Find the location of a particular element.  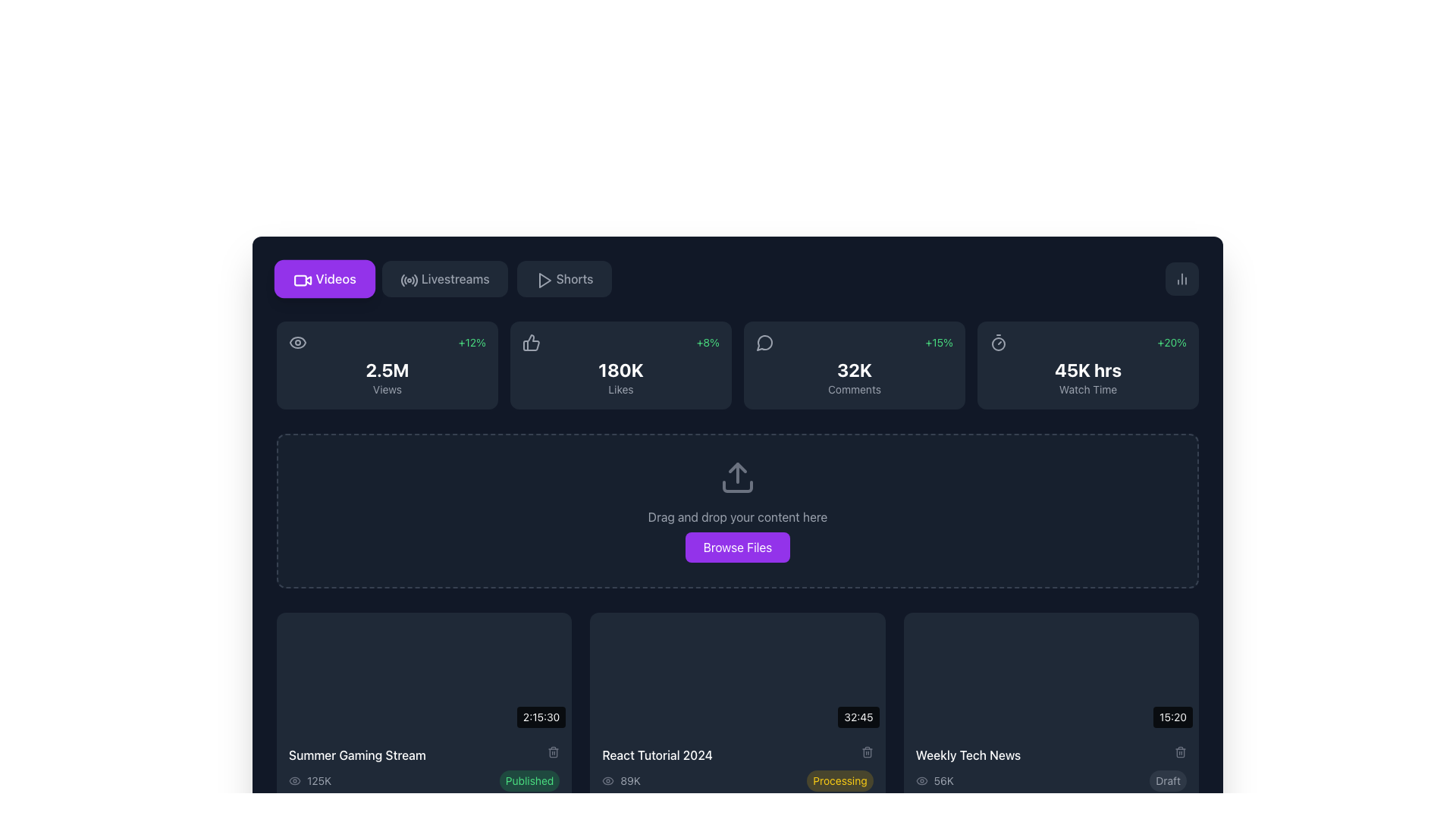

the 'Watch Time' icon located in the summary cards section, slightly right of center is located at coordinates (998, 342).